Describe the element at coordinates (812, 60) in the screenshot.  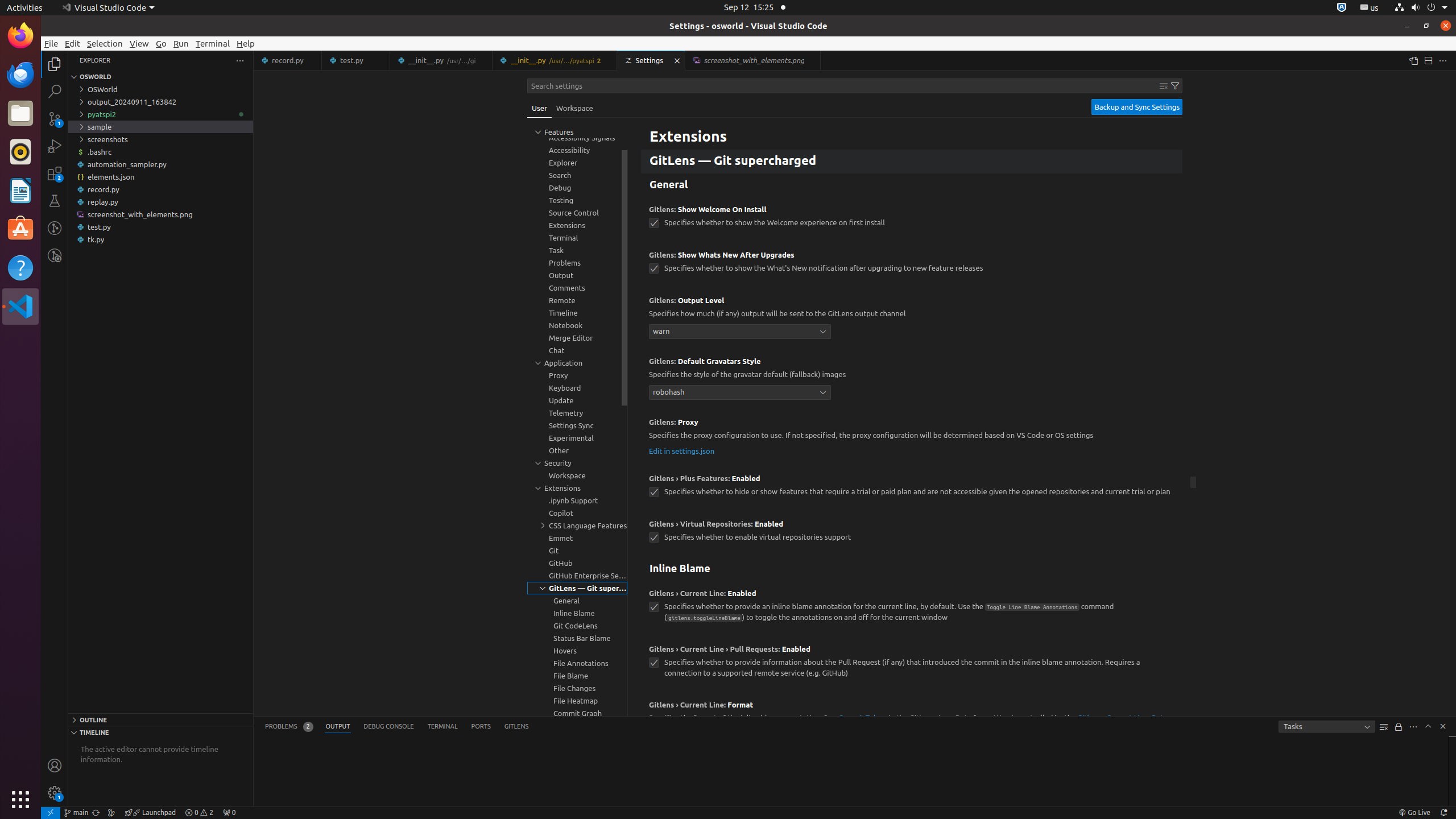
I see `'Close (Ctrl+W)'` at that location.